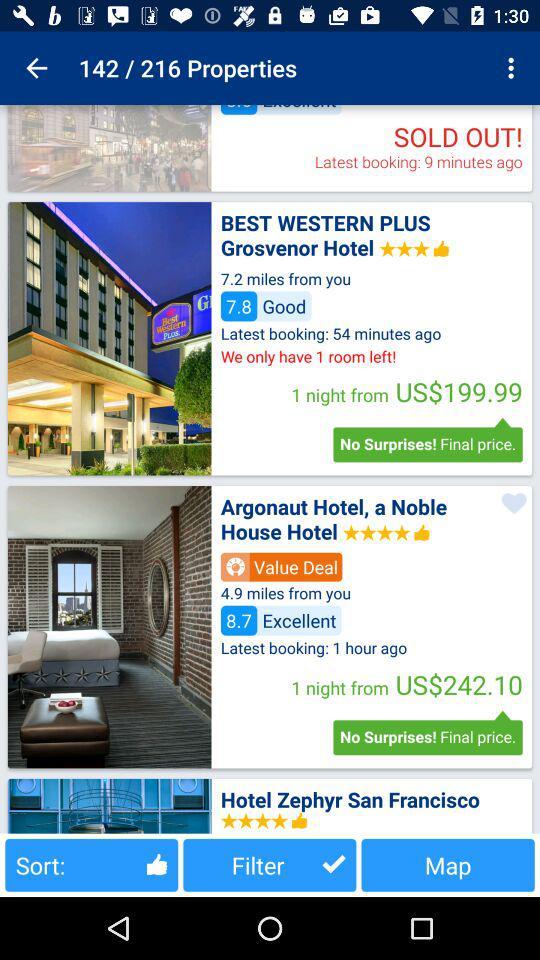 The image size is (540, 960). Describe the element at coordinates (109, 806) in the screenshot. I see `pic` at that location.